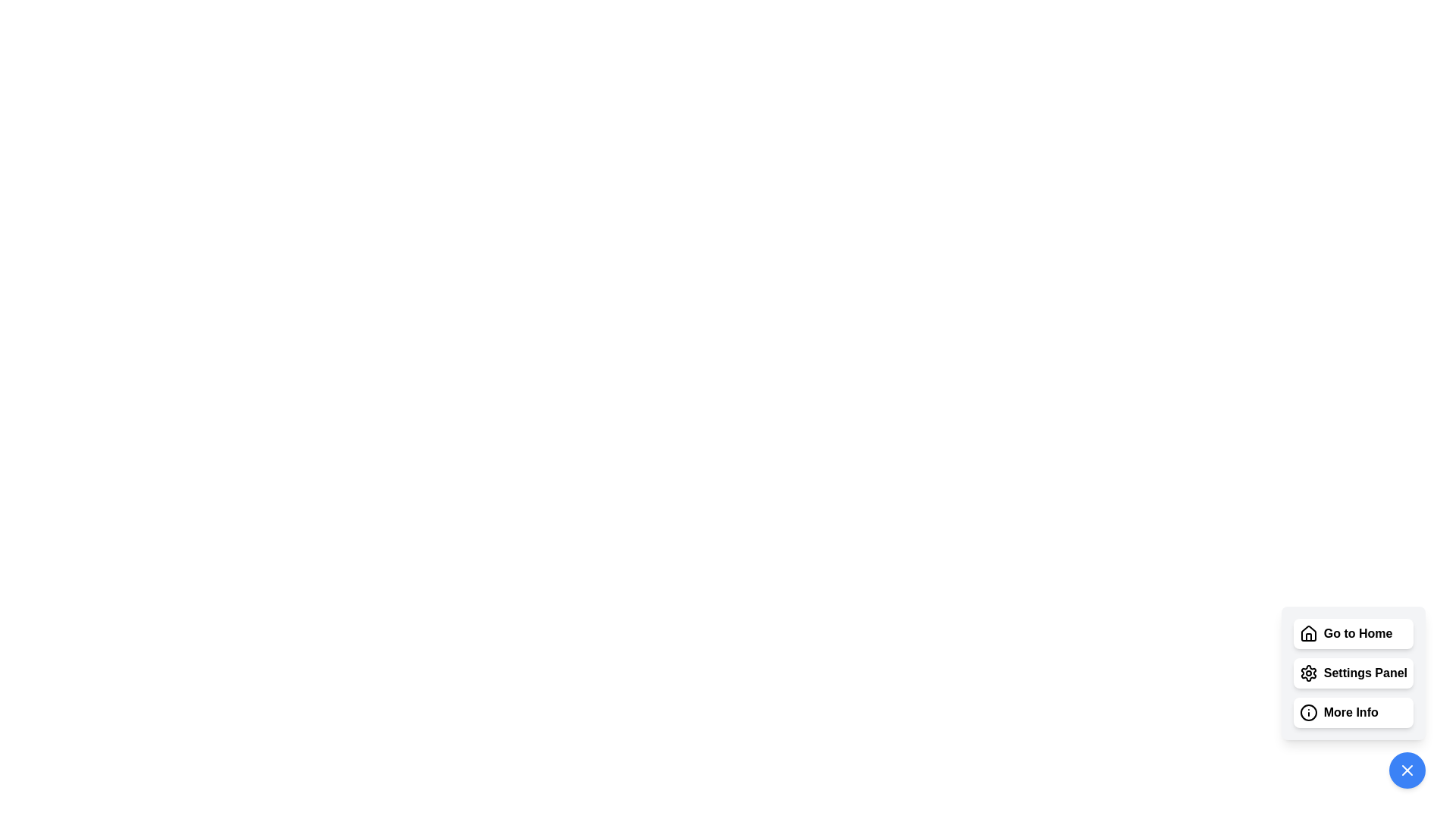  Describe the element at coordinates (1307, 713) in the screenshot. I see `the information icon, which is part of the 'More Info' button located at the bottom right corner of the interface` at that location.